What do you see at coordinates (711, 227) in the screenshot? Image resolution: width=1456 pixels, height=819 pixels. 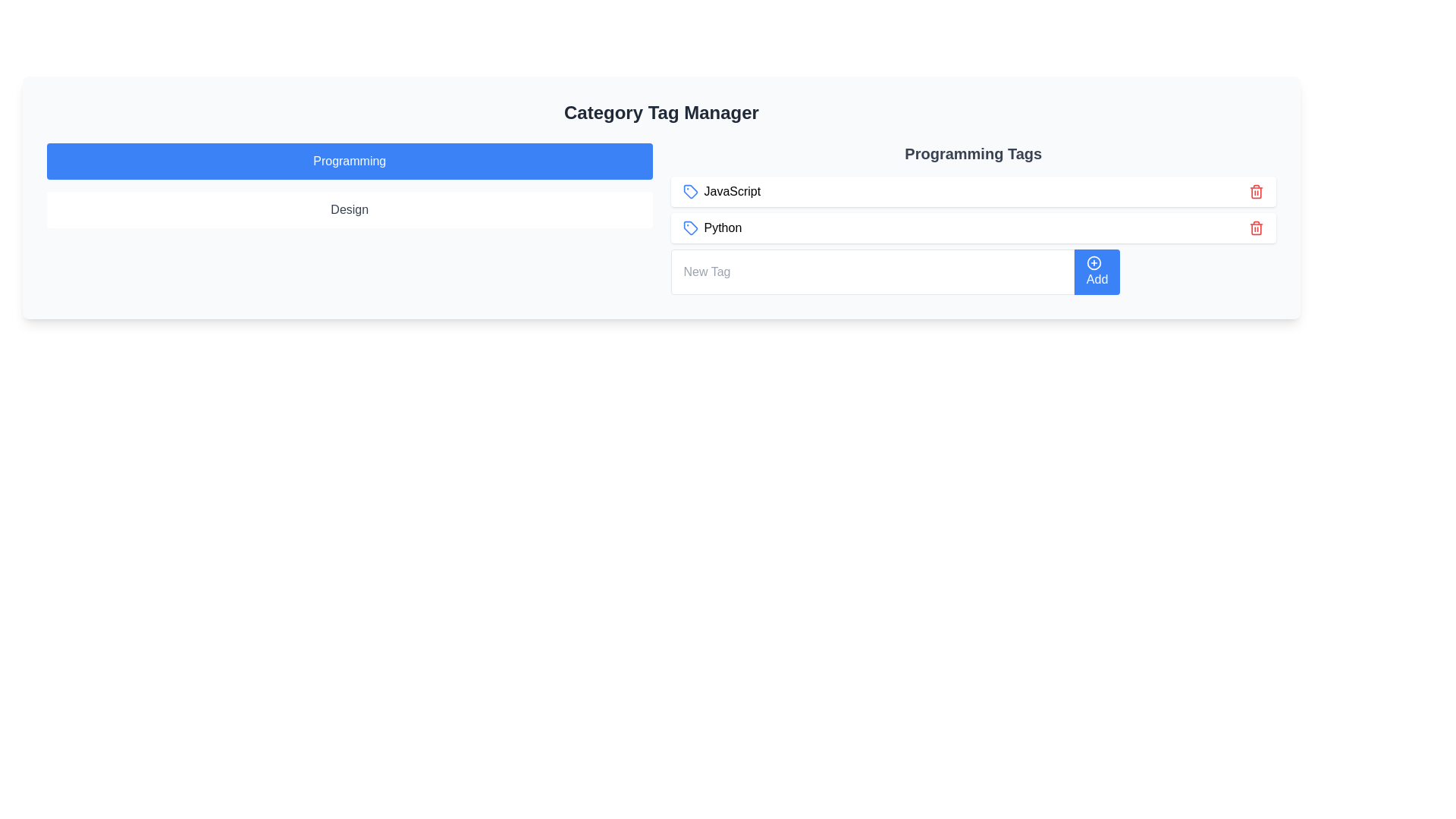 I see `the 'Python' category label located on the right side of the interface, under the header 'Programming Tags', in the second row of vertically-aligned tags` at bounding box center [711, 227].